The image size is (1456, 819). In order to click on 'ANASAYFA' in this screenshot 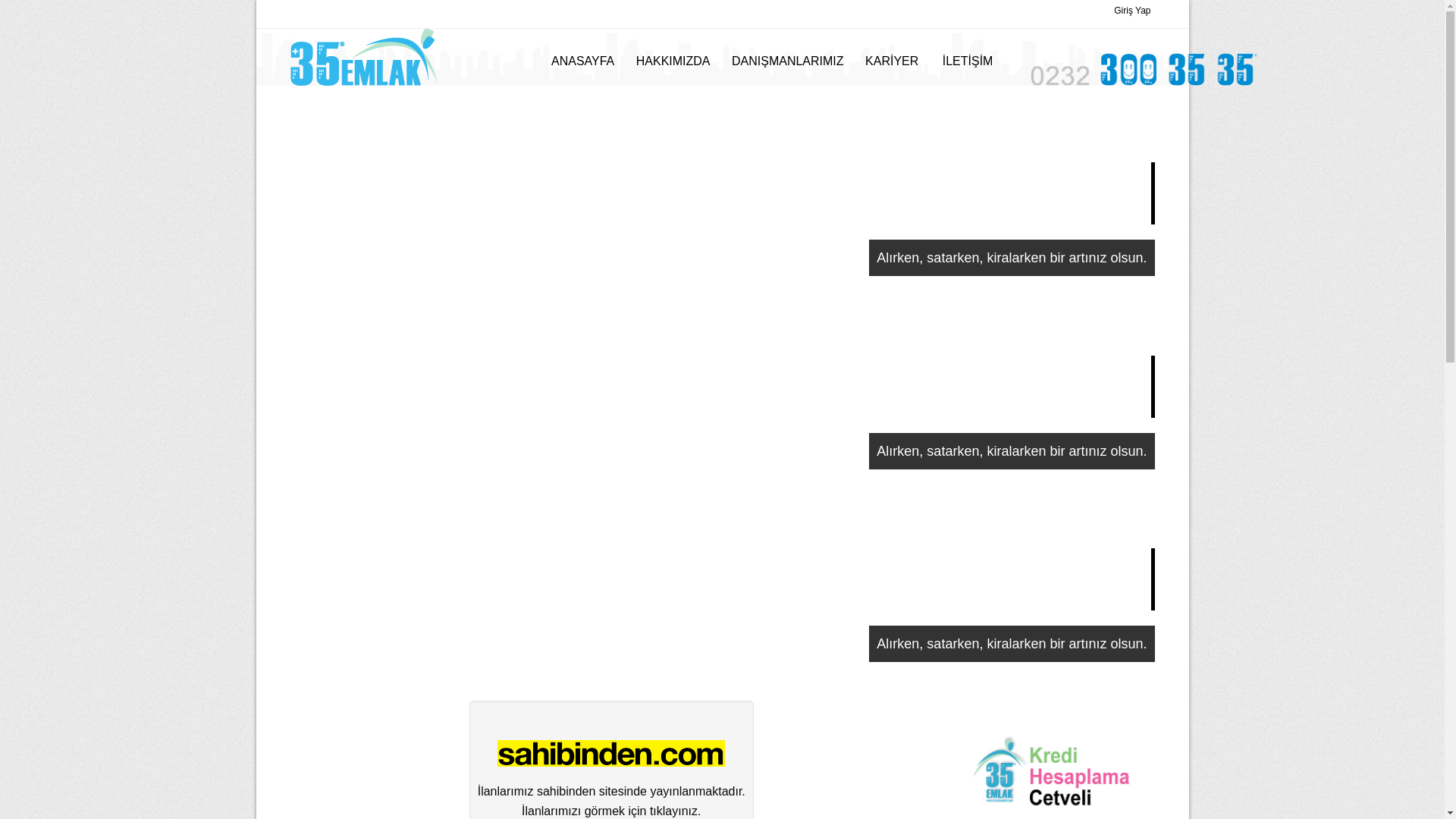, I will do `click(582, 61)`.